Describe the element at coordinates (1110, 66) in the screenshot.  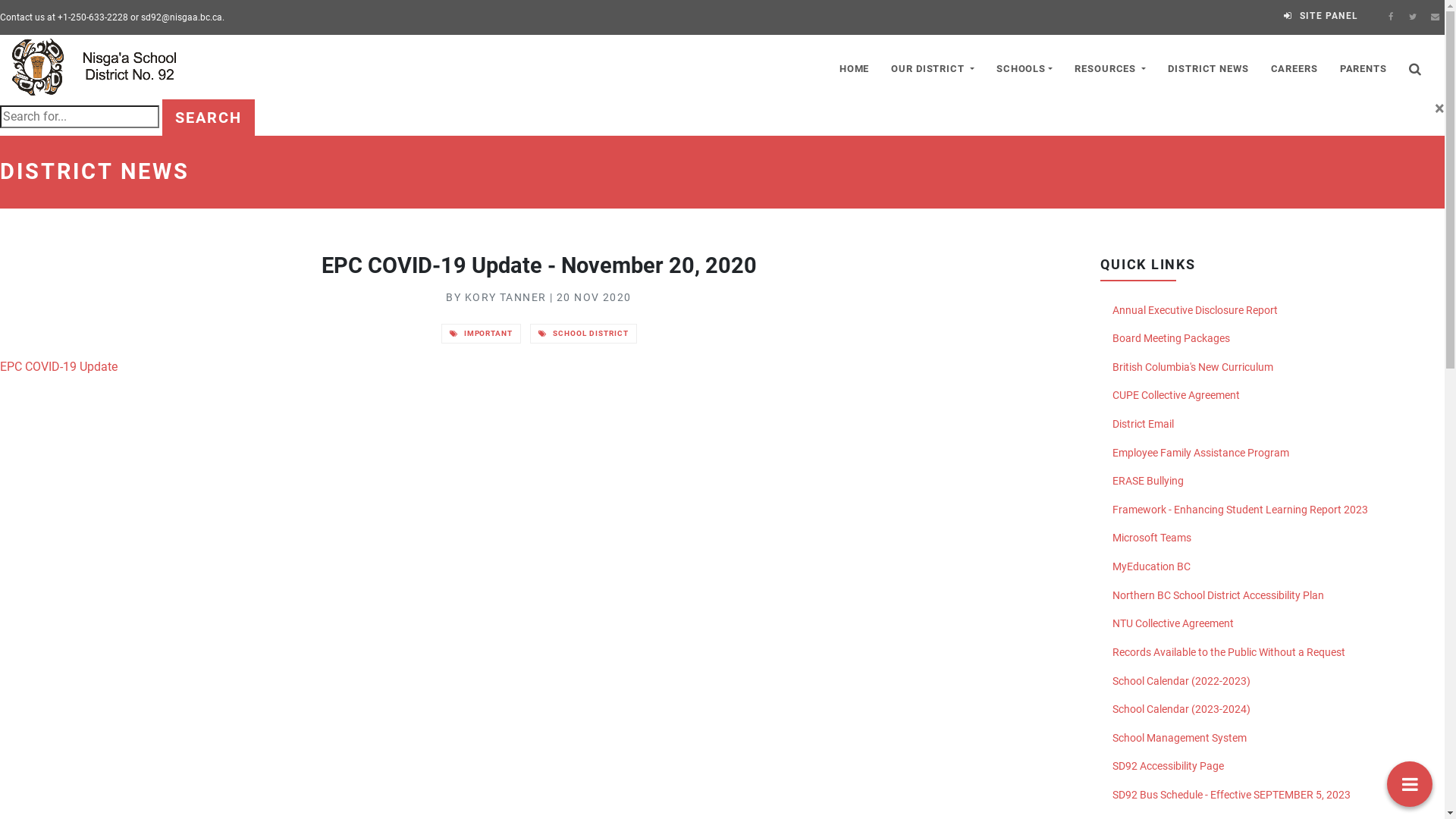
I see `'RESOURCES'` at that location.